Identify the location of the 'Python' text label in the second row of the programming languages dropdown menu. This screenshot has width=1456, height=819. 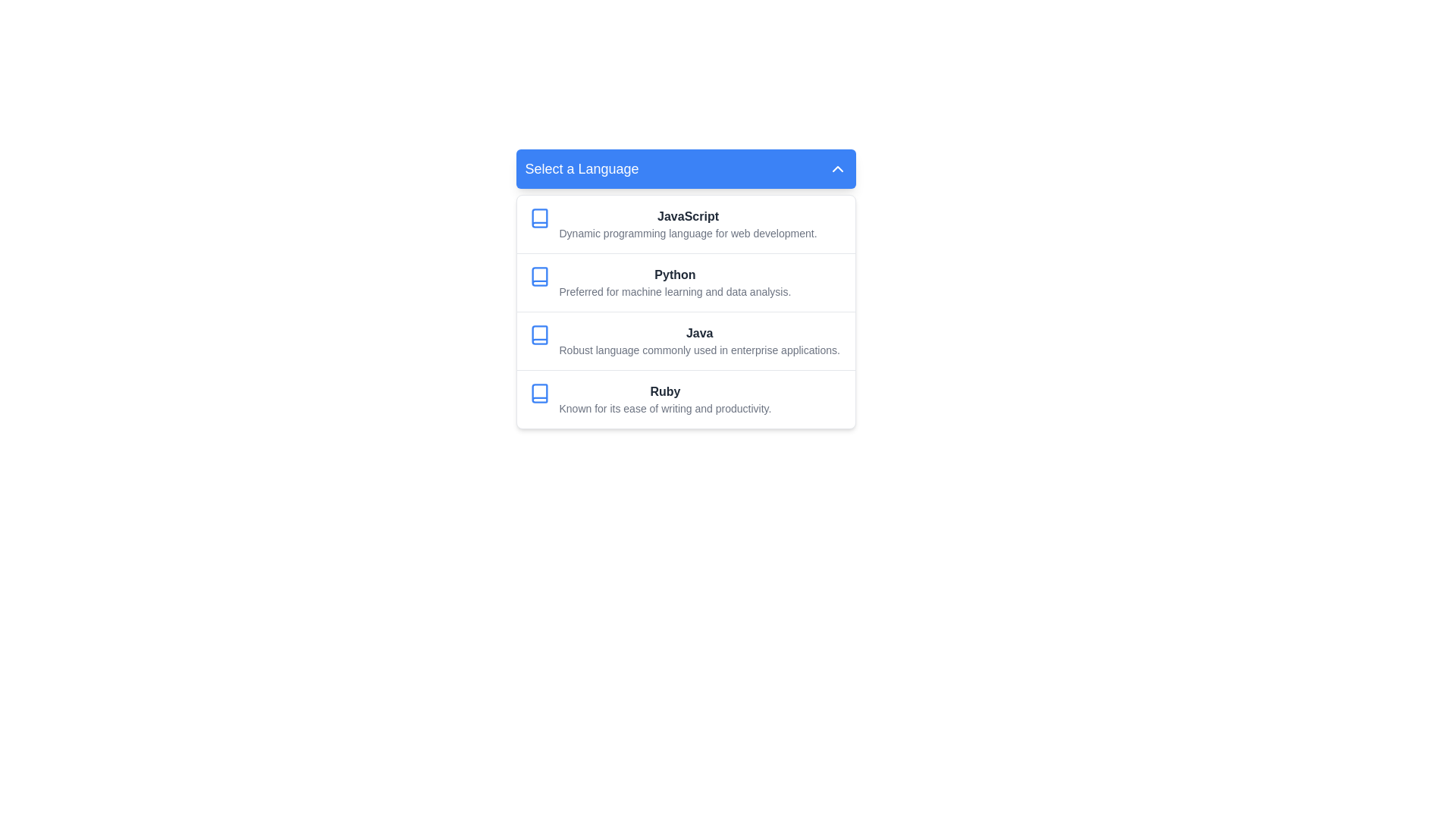
(674, 275).